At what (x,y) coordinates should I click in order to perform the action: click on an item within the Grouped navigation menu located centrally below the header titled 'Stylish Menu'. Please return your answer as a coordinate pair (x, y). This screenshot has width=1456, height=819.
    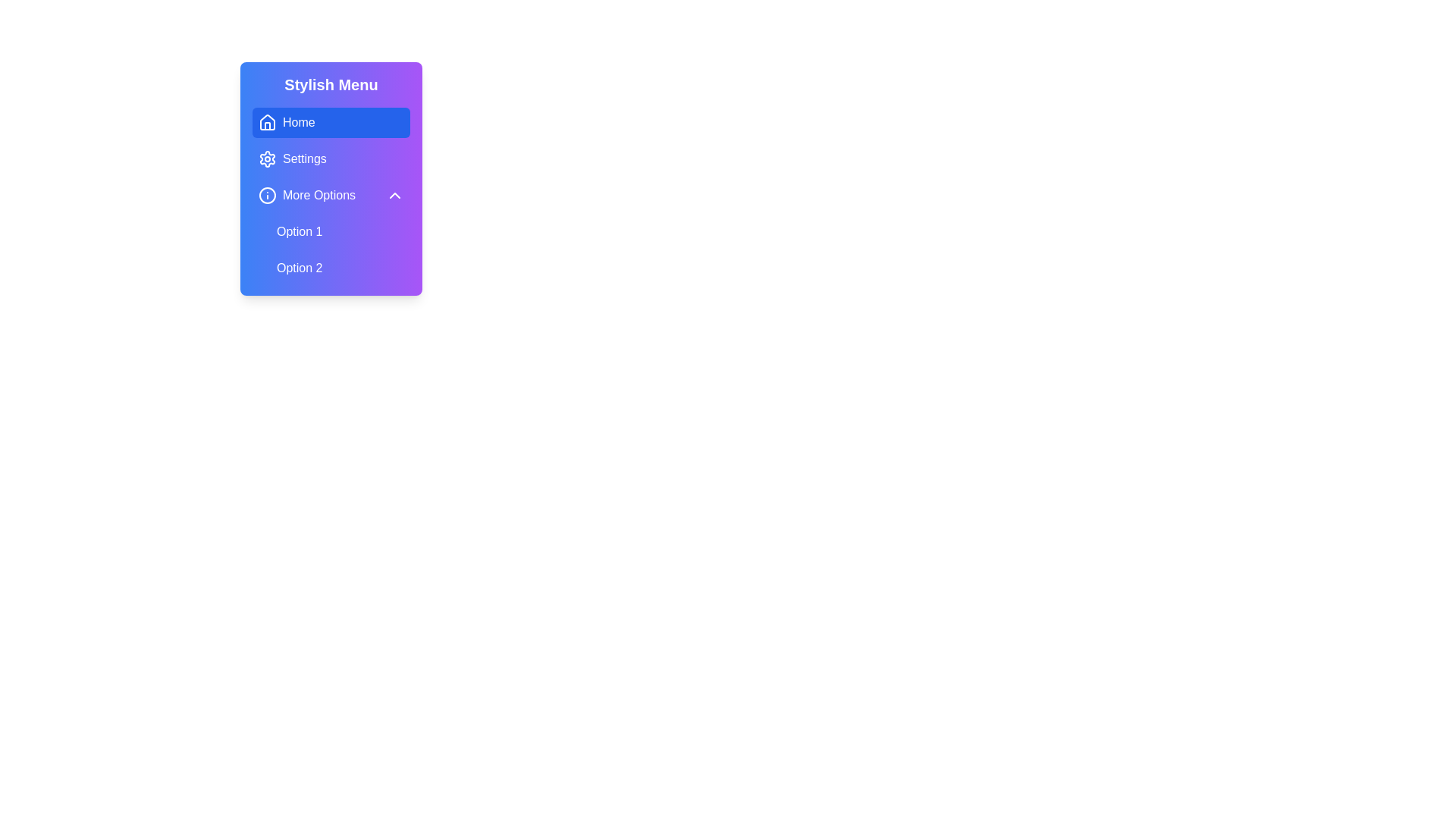
    Looking at the image, I should click on (330, 195).